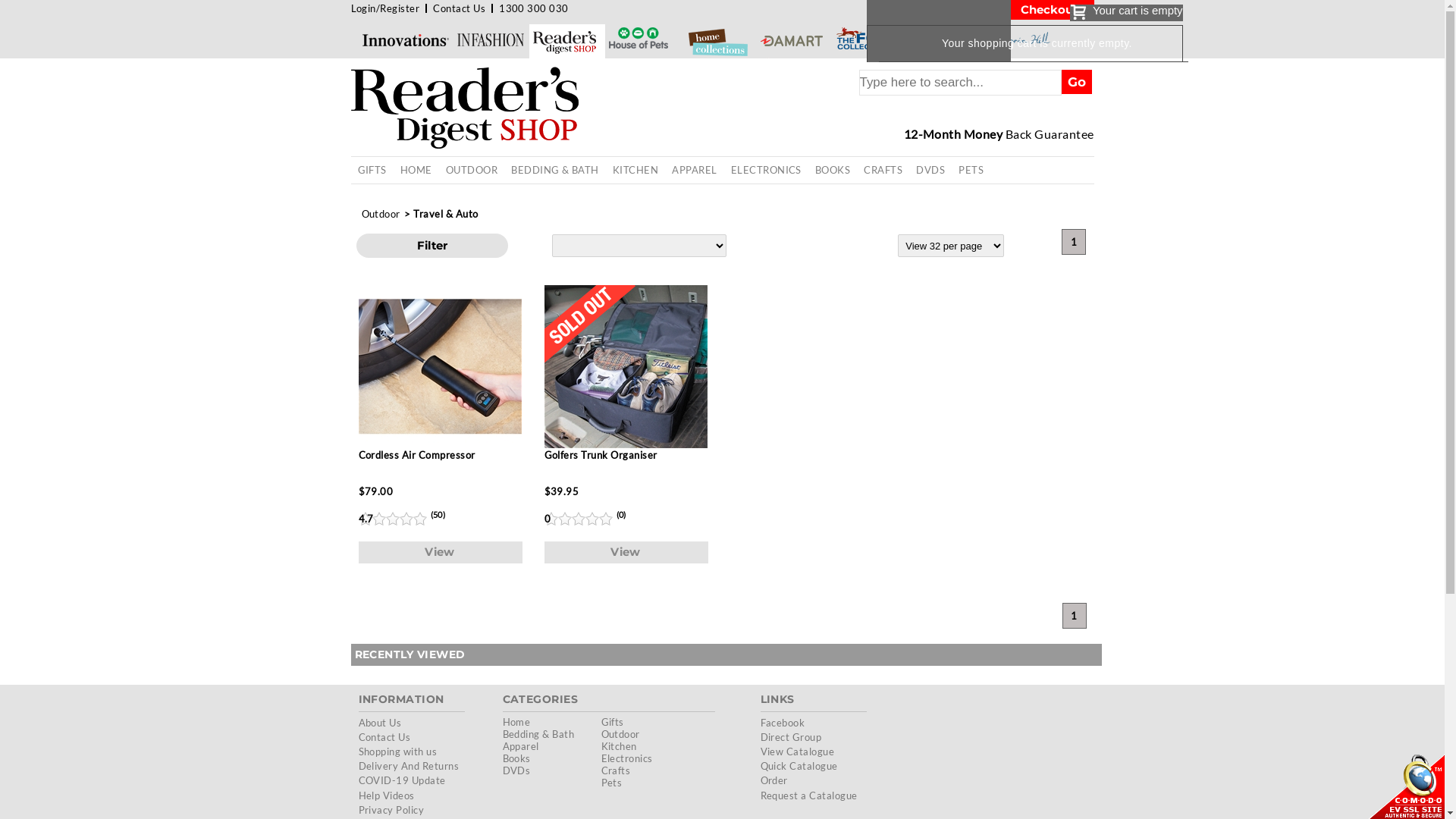  Describe the element at coordinates (797, 773) in the screenshot. I see `'Quick Catalogue Order'` at that location.